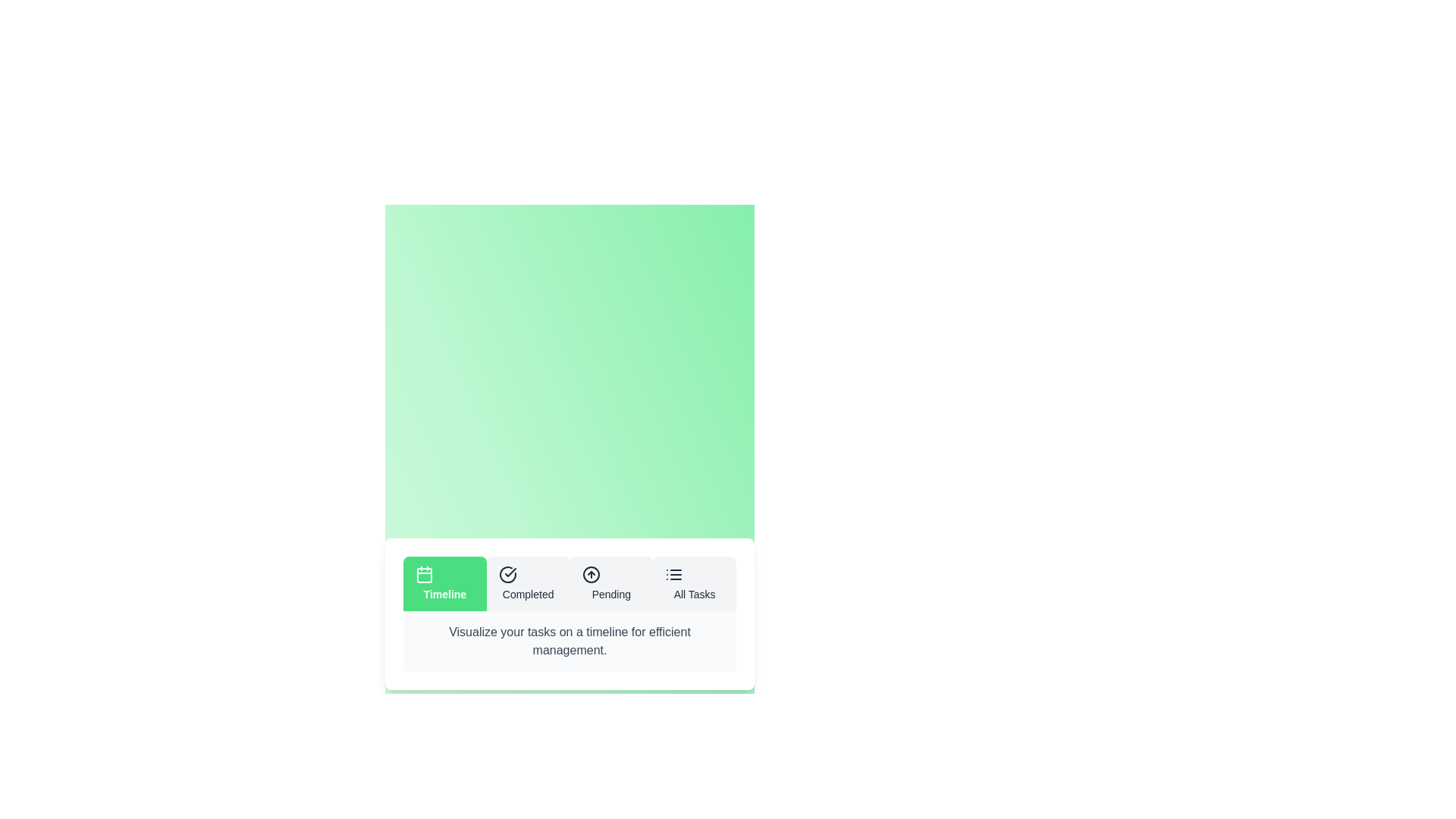  Describe the element at coordinates (694, 583) in the screenshot. I see `the All Tasks tab by clicking on the corresponding tab button` at that location.